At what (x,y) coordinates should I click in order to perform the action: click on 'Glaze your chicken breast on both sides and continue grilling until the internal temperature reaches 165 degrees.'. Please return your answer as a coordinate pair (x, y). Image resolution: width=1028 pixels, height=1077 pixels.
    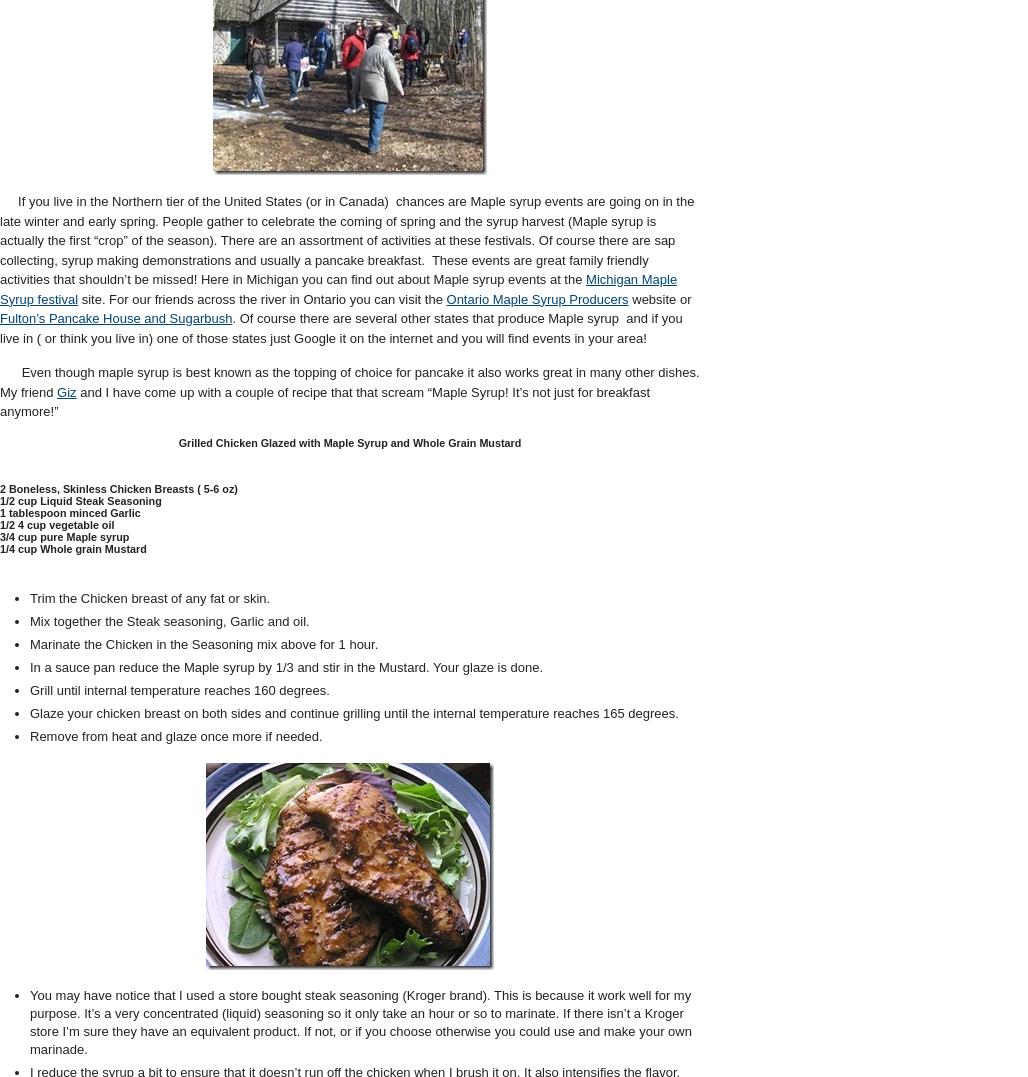
    Looking at the image, I should click on (353, 712).